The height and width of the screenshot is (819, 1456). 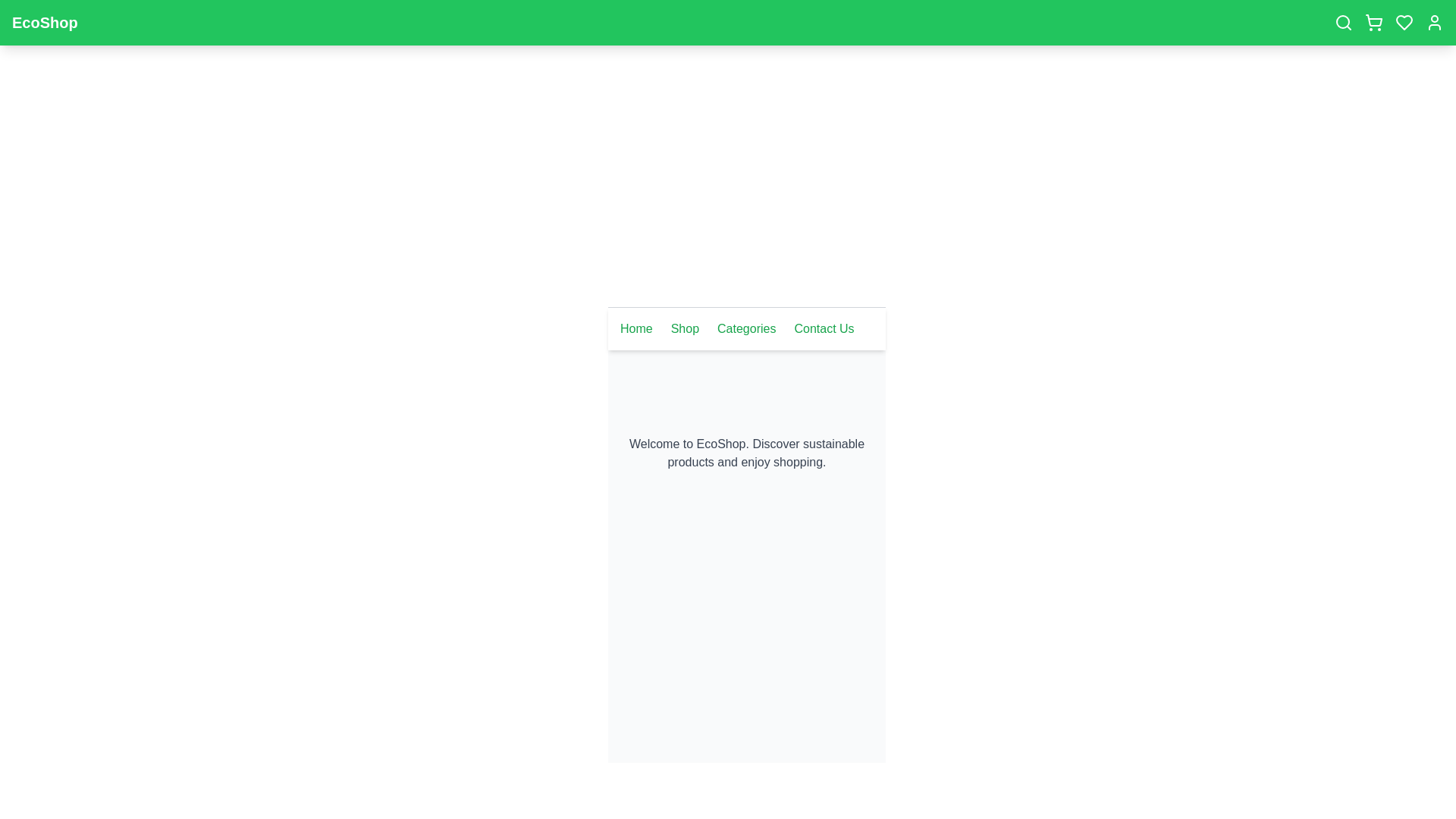 What do you see at coordinates (636, 328) in the screenshot?
I see `the 'Home' link in the navigation bar` at bounding box center [636, 328].